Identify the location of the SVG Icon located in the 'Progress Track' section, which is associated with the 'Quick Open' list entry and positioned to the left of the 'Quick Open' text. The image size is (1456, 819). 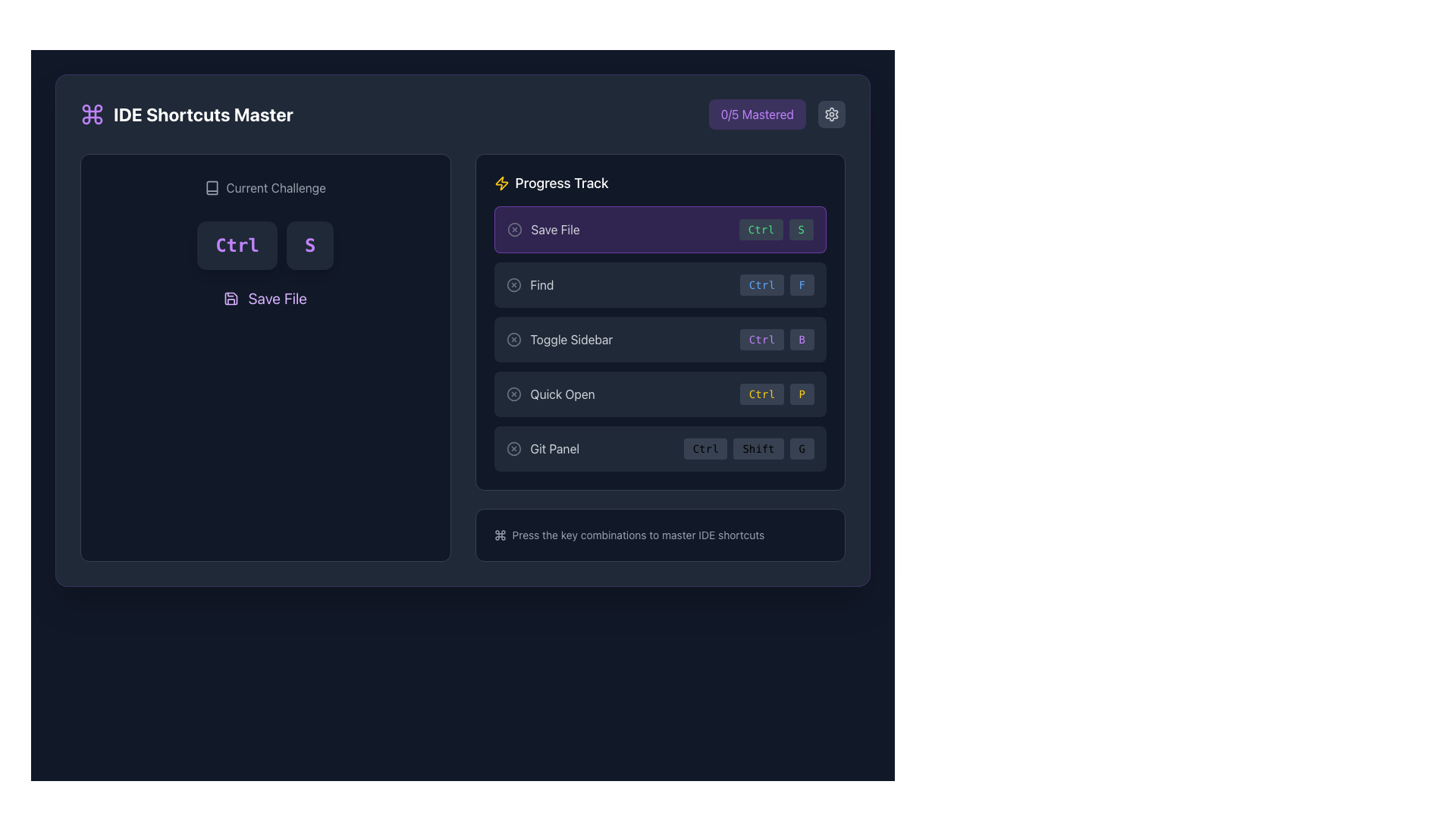
(513, 394).